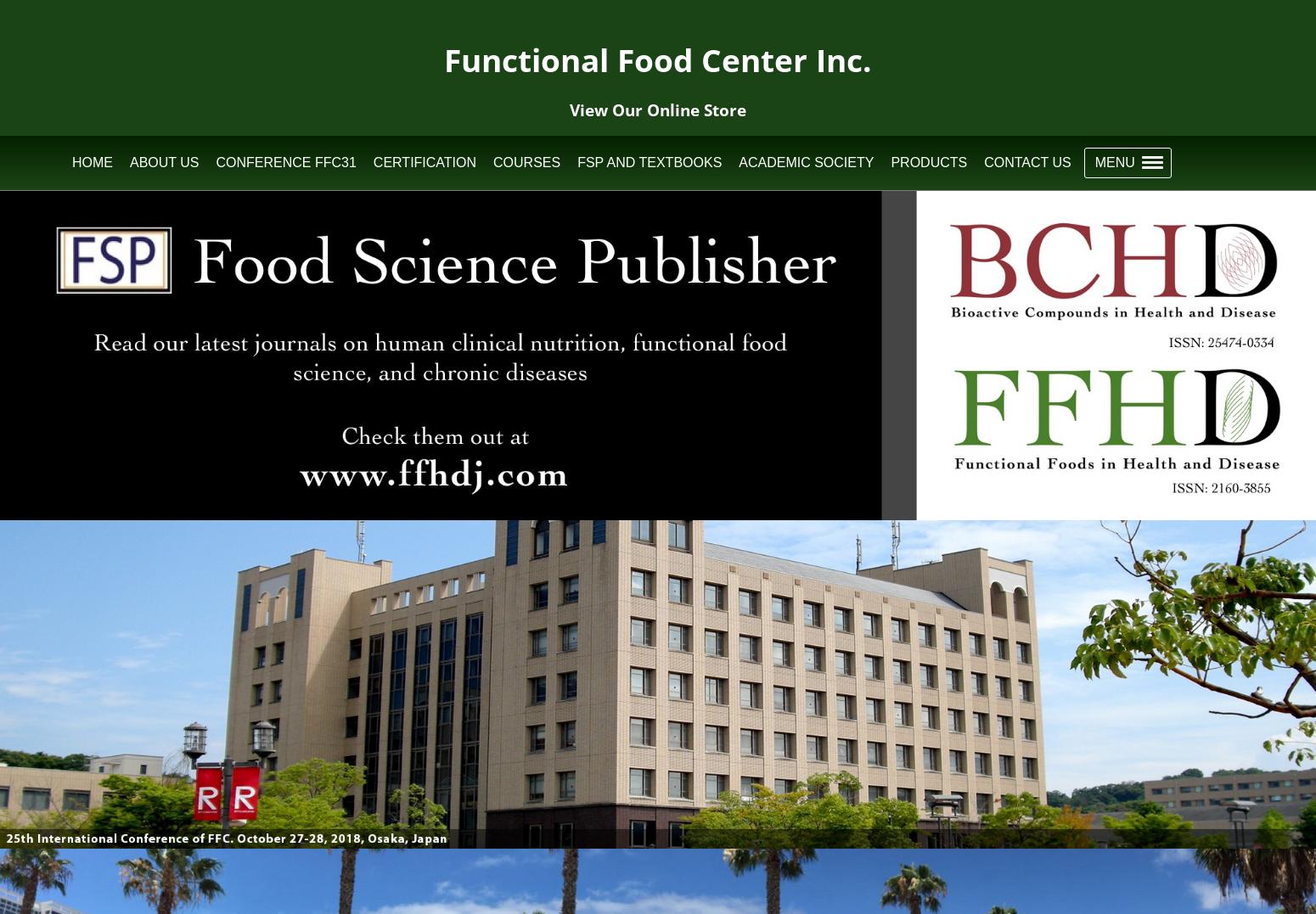 This screenshot has height=914, width=1316. Describe the element at coordinates (658, 59) in the screenshot. I see `'Functional Food Center Inc.'` at that location.